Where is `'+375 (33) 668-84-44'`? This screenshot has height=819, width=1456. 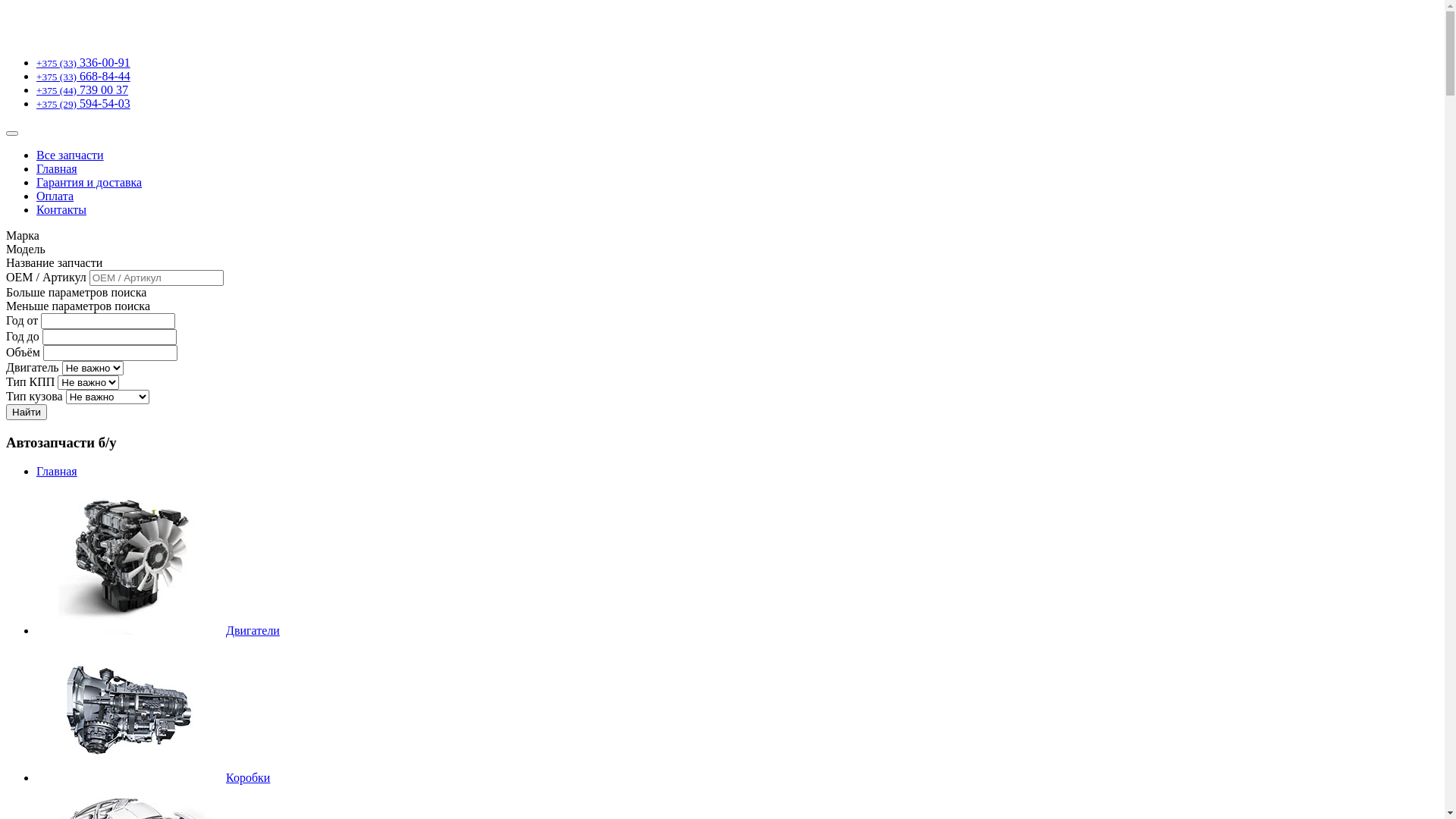
'+375 (33) 668-84-44' is located at coordinates (83, 76).